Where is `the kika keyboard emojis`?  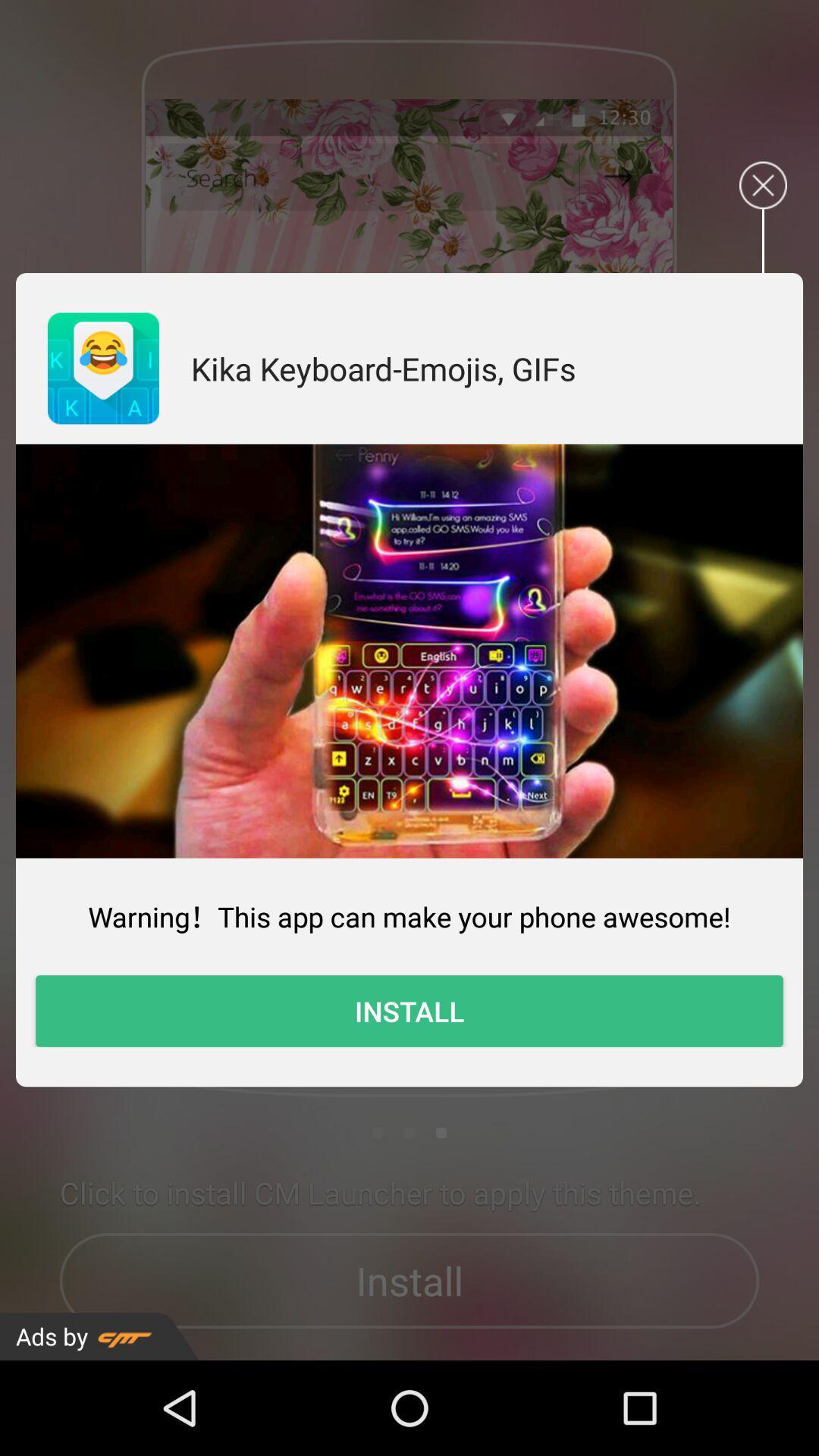 the kika keyboard emojis is located at coordinates (382, 368).